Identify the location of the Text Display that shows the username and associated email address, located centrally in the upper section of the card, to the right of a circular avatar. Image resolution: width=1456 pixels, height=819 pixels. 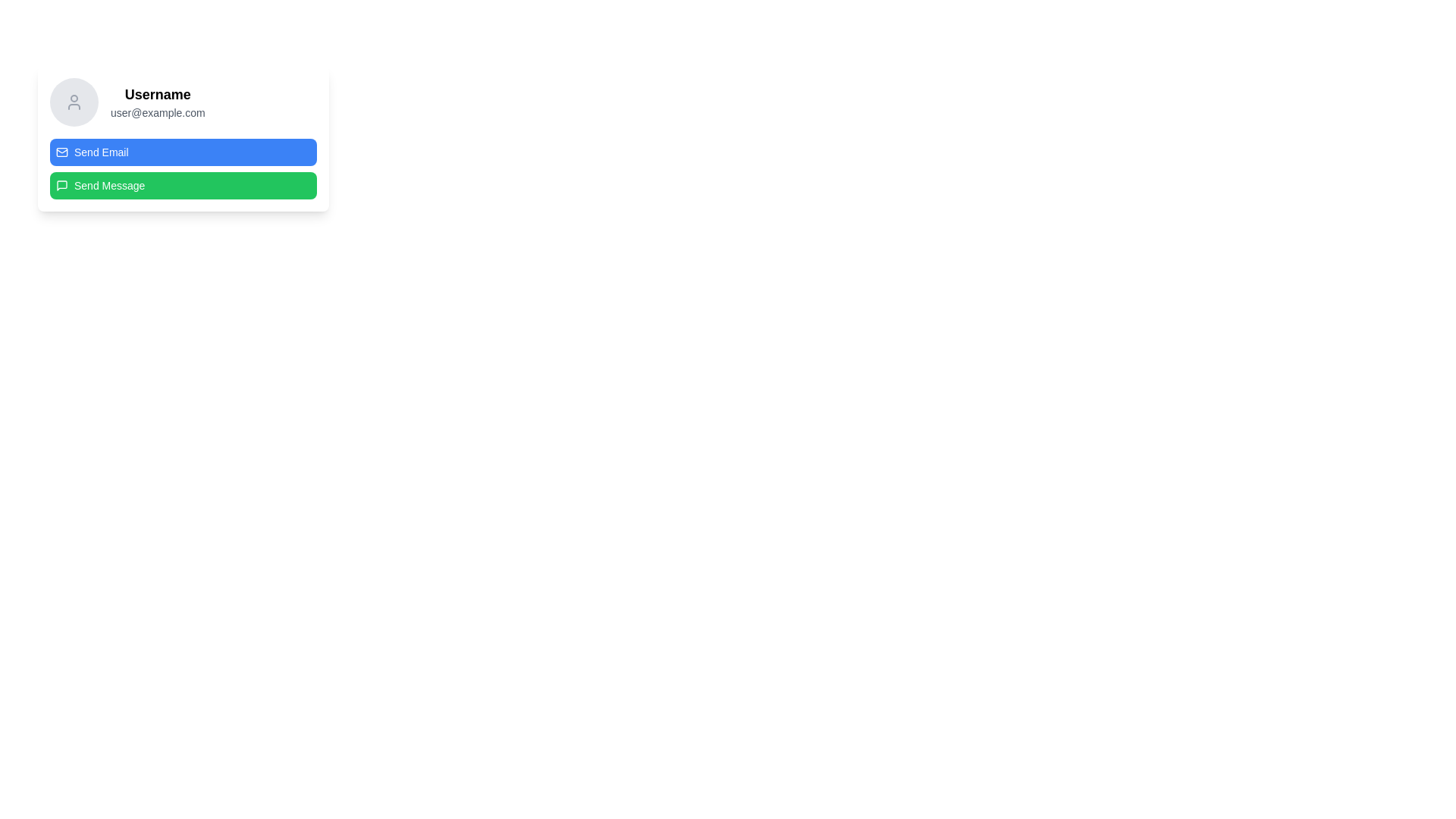
(157, 102).